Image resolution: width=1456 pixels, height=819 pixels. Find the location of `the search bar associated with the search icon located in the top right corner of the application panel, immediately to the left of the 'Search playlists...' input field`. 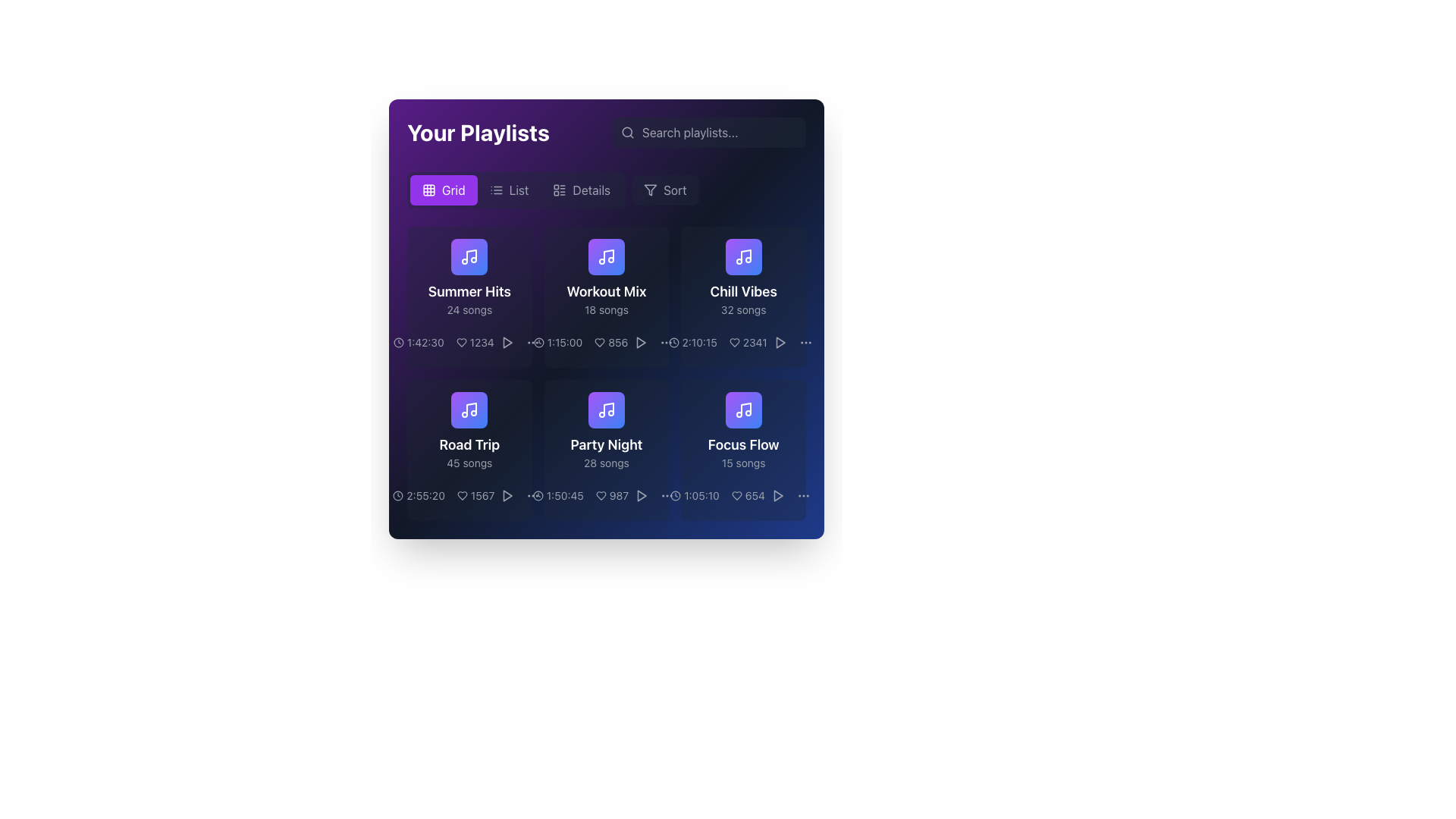

the search bar associated with the search icon located in the top right corner of the application panel, immediately to the left of the 'Search playlists...' input field is located at coordinates (628, 131).